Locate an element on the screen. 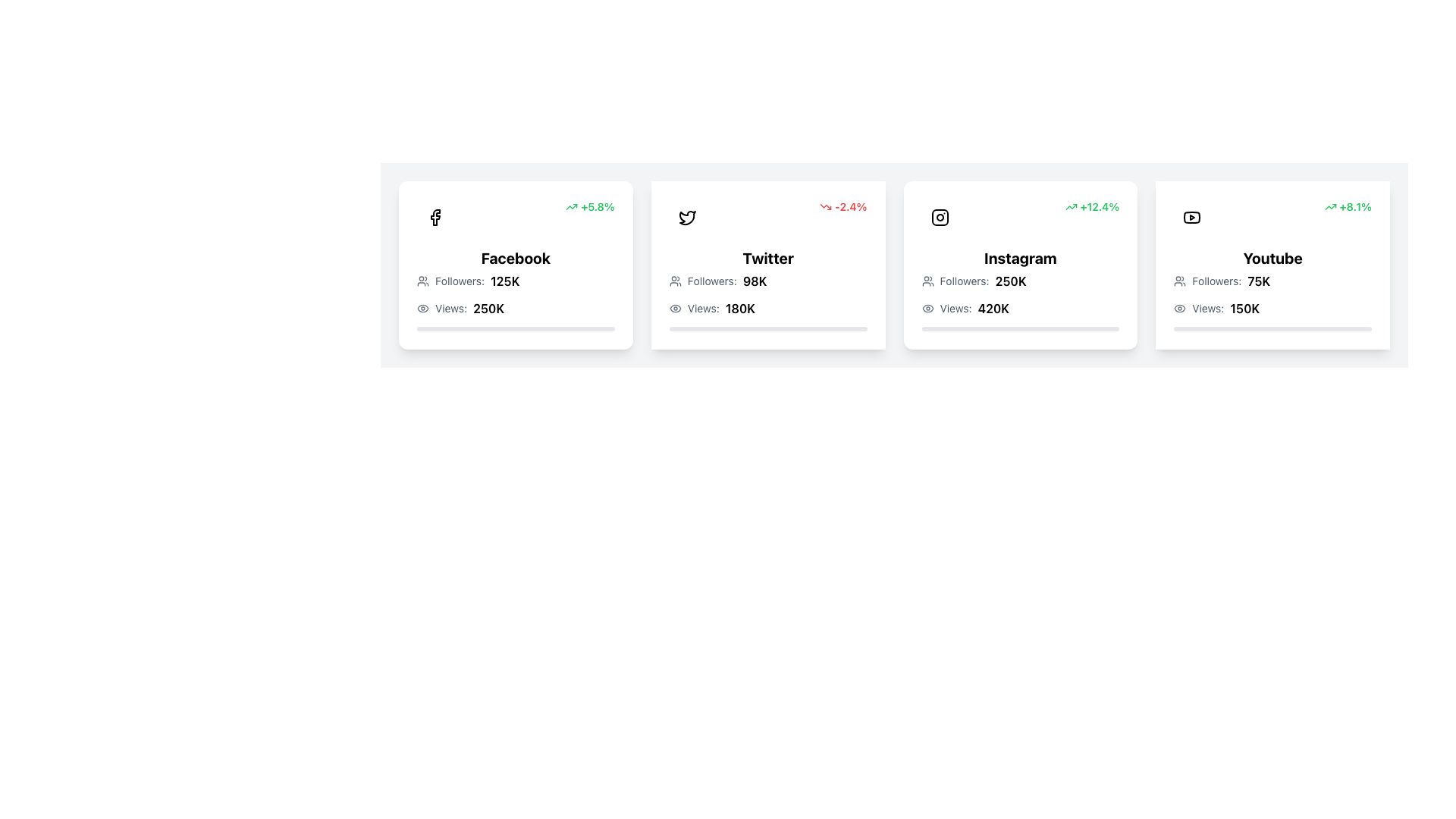 Image resolution: width=1456 pixels, height=819 pixels. text label displaying 'Views:' in gray color located in the second card from the left, positioned towards the bottom section preceding the views count '180K' is located at coordinates (702, 308).